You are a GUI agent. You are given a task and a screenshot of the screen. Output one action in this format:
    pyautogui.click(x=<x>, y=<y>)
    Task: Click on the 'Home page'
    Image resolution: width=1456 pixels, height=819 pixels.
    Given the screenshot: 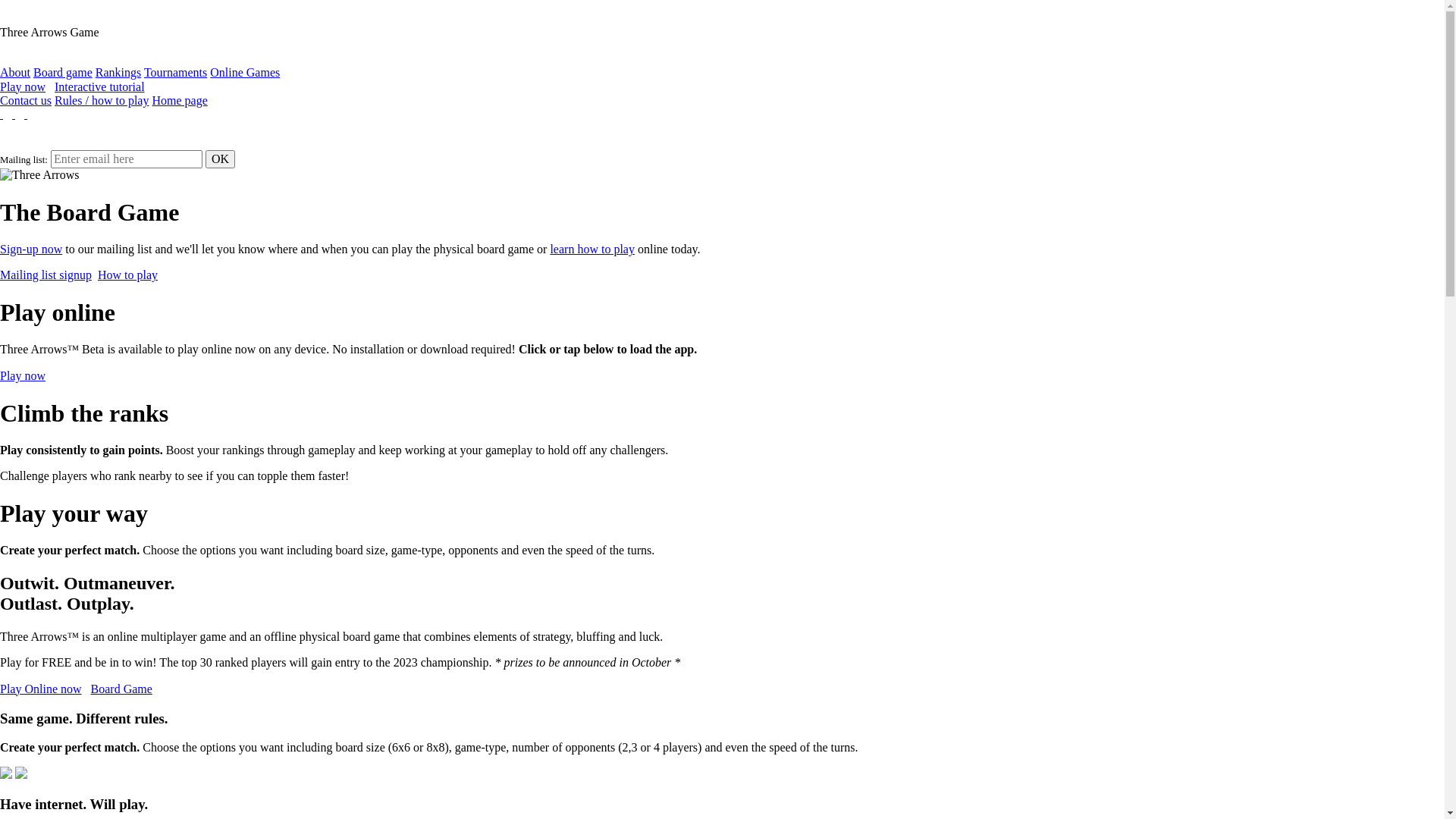 What is the action you would take?
    pyautogui.click(x=179, y=100)
    